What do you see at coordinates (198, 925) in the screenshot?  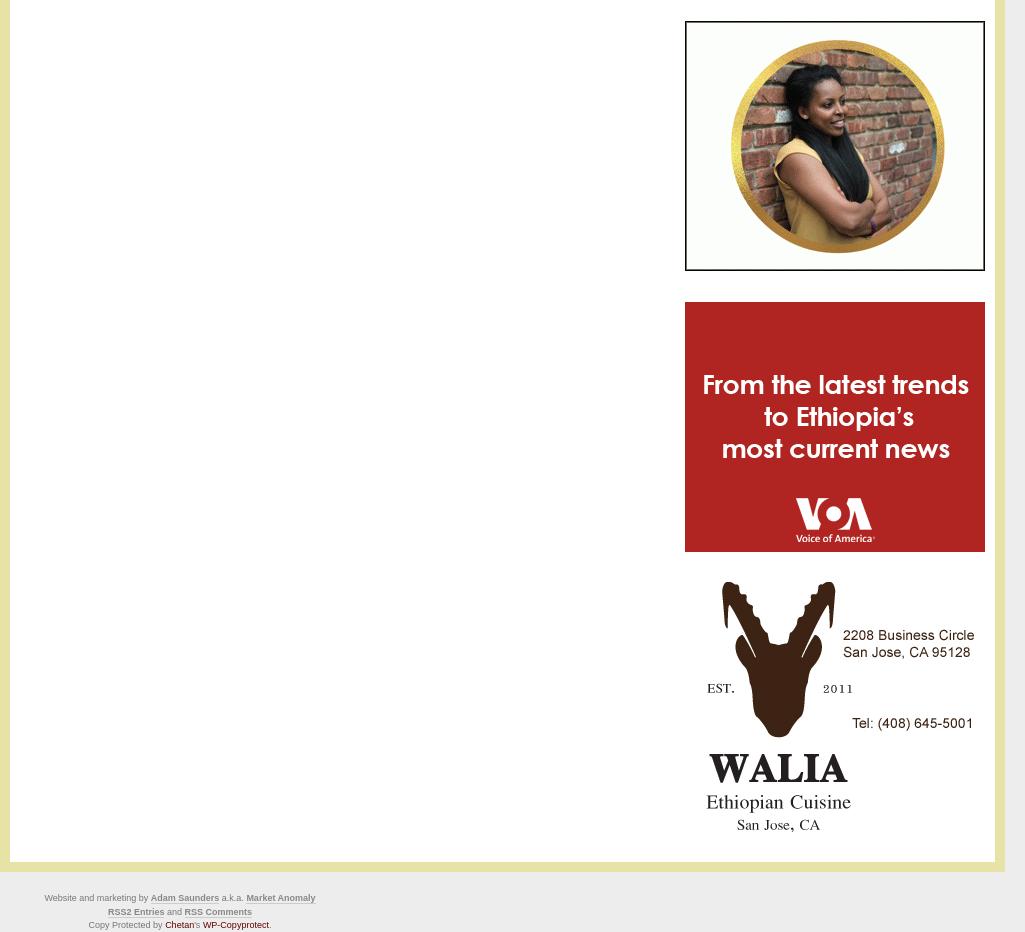 I see `''s'` at bounding box center [198, 925].